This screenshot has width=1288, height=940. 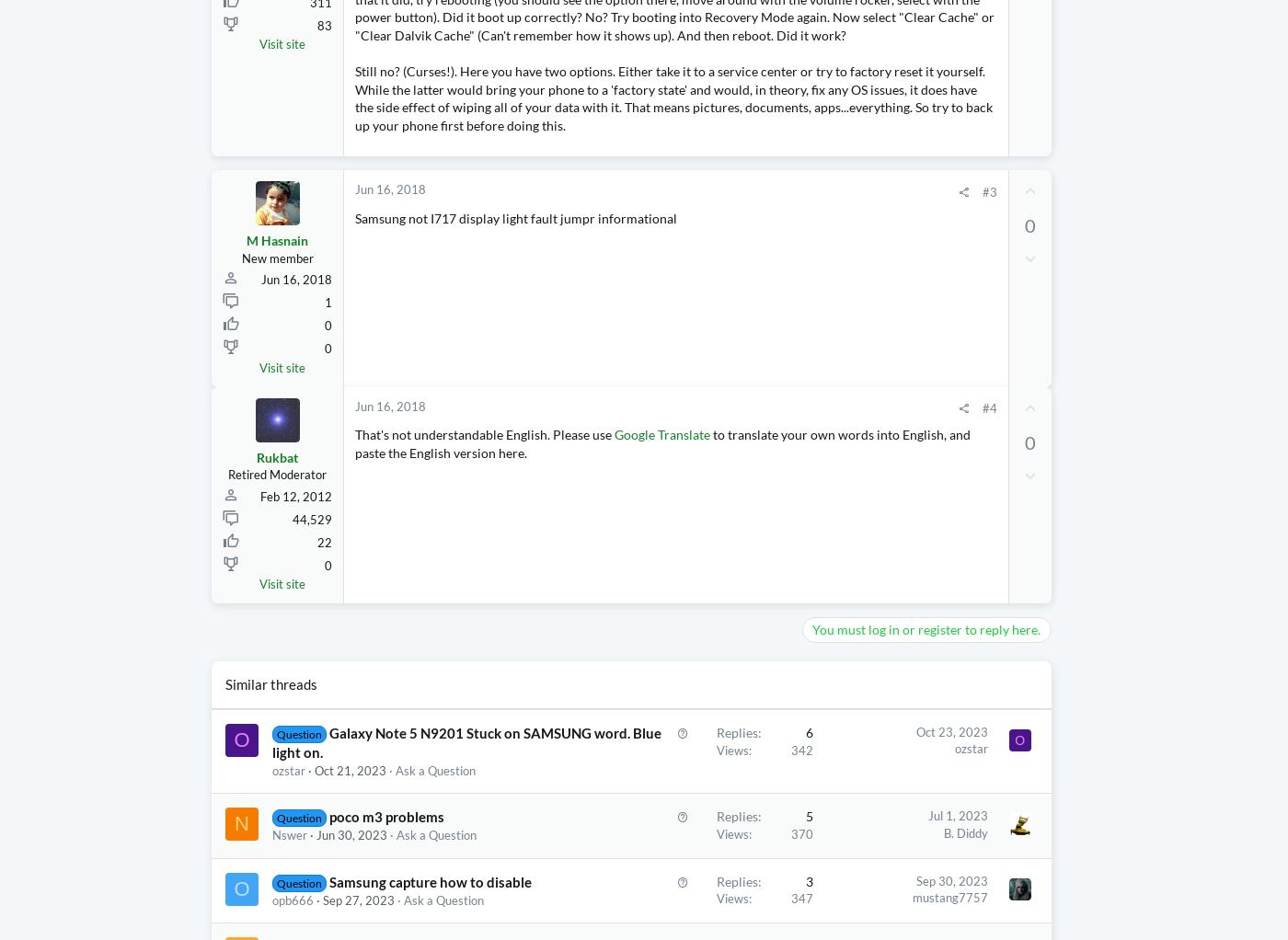 What do you see at coordinates (431, 916) in the screenshot?
I see `'Samsung capture how to disable'` at bounding box center [431, 916].